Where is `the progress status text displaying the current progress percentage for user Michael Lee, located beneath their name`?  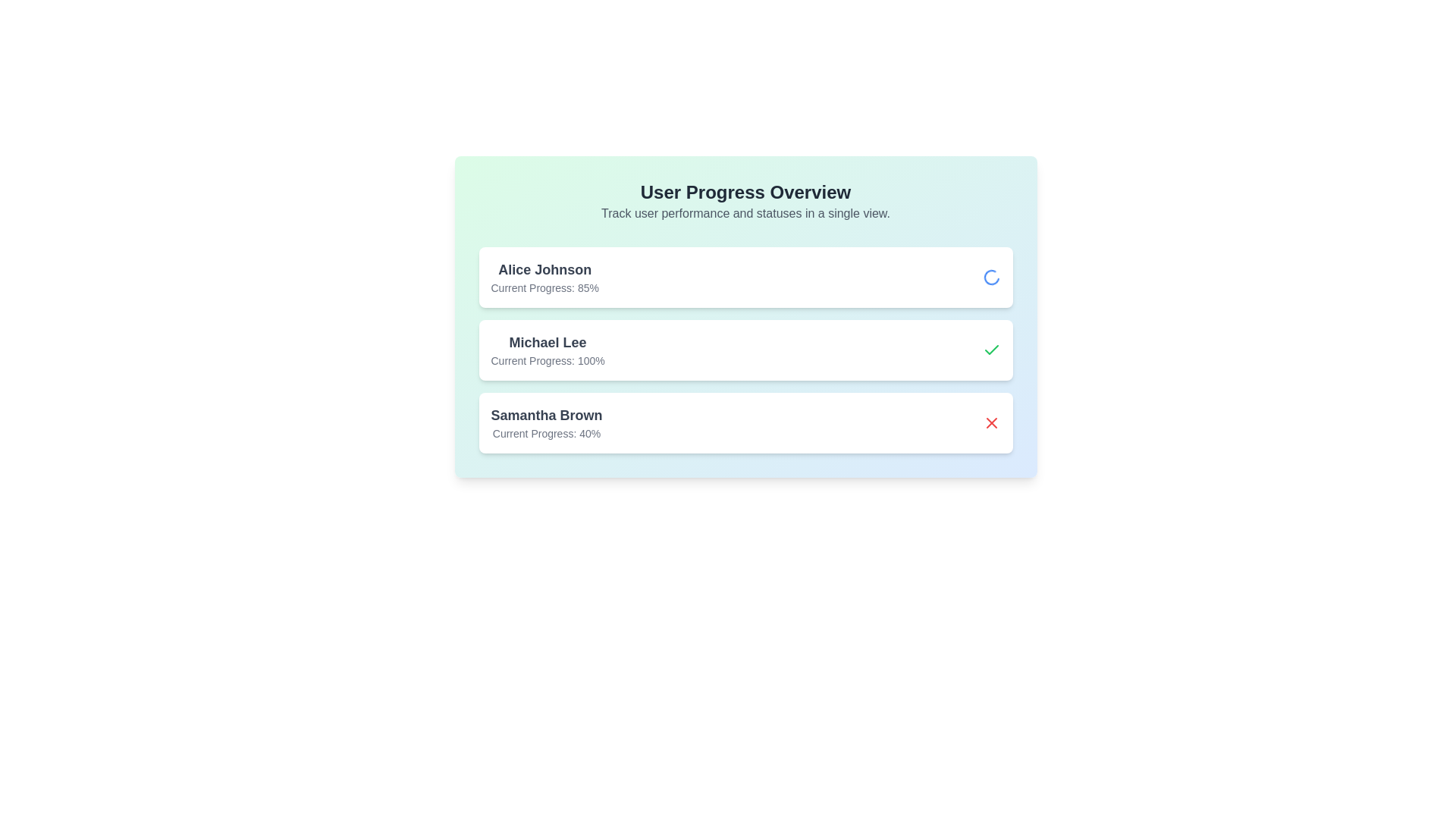 the progress status text displaying the current progress percentage for user Michael Lee, located beneath their name is located at coordinates (547, 360).